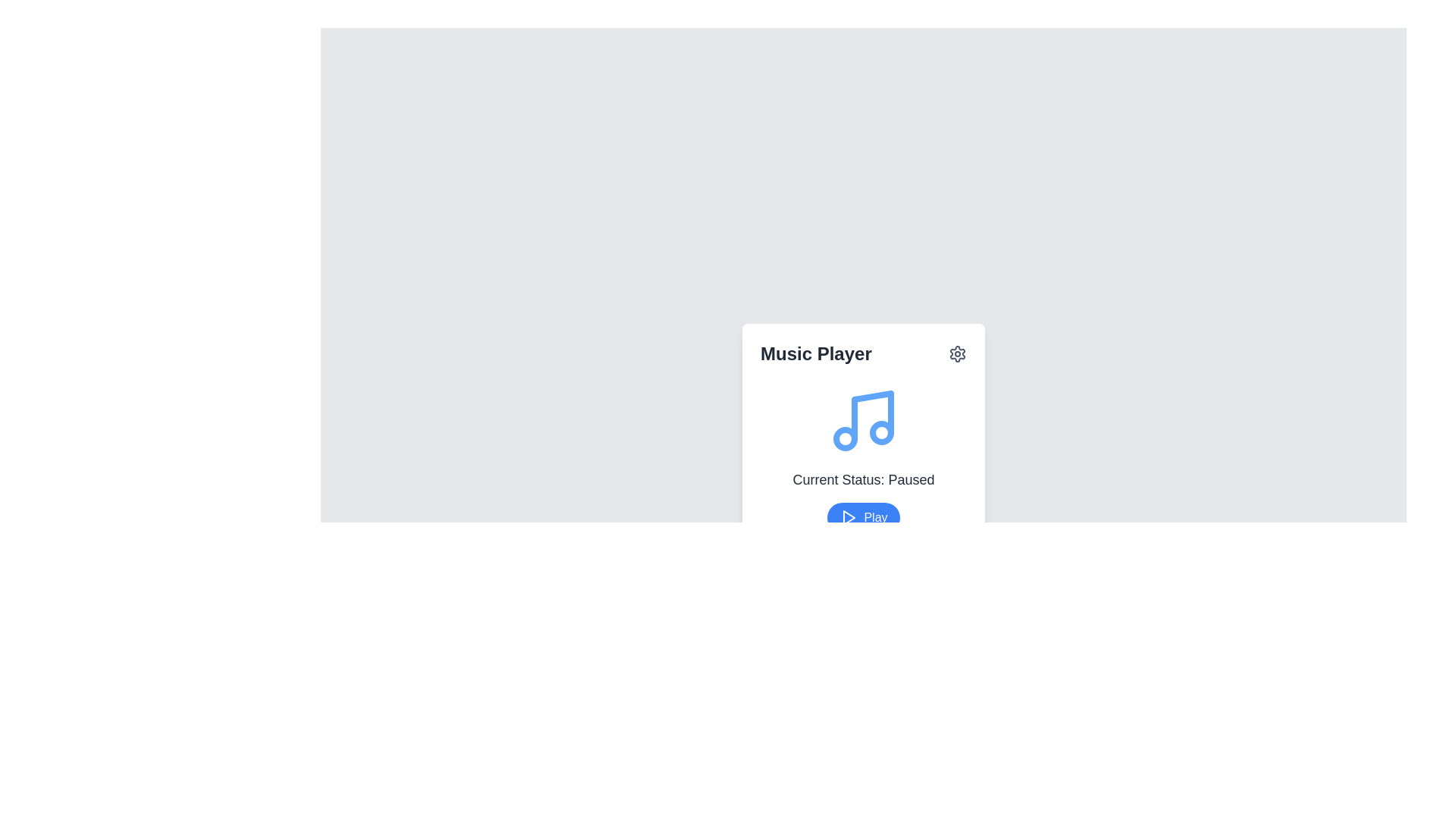  I want to click on the cogwheel icon button located in the top-right corner of the 'Music Player' card, so click(956, 353).